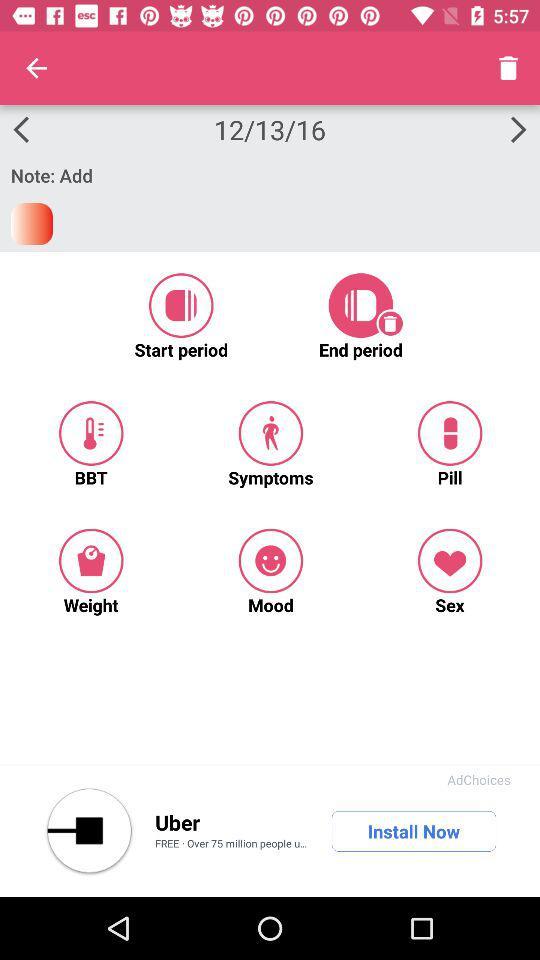  What do you see at coordinates (413, 831) in the screenshot?
I see `the app below the adchoices item` at bounding box center [413, 831].